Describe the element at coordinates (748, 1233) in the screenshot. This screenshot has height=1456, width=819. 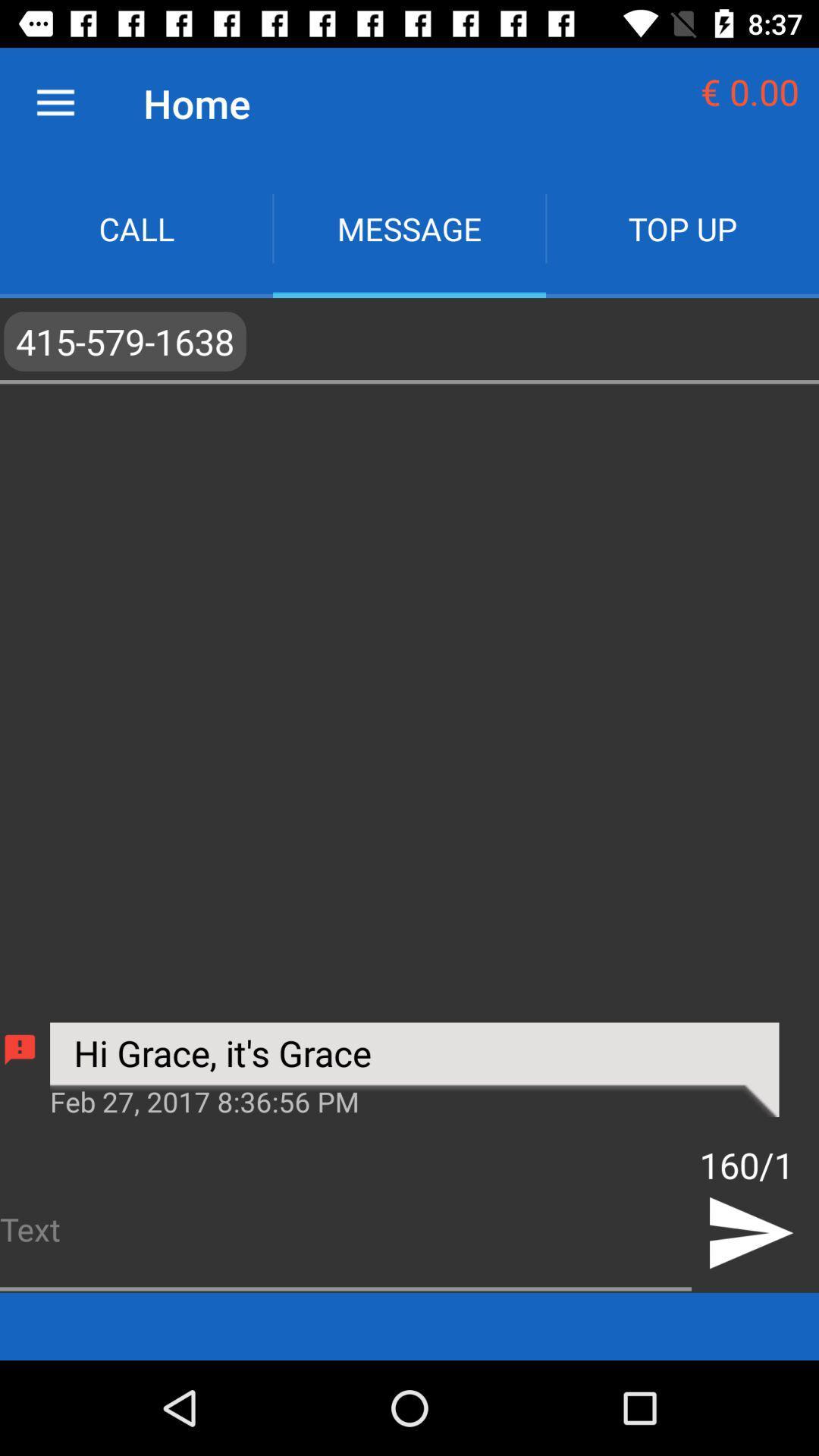
I see `the item below 160/1 item` at that location.